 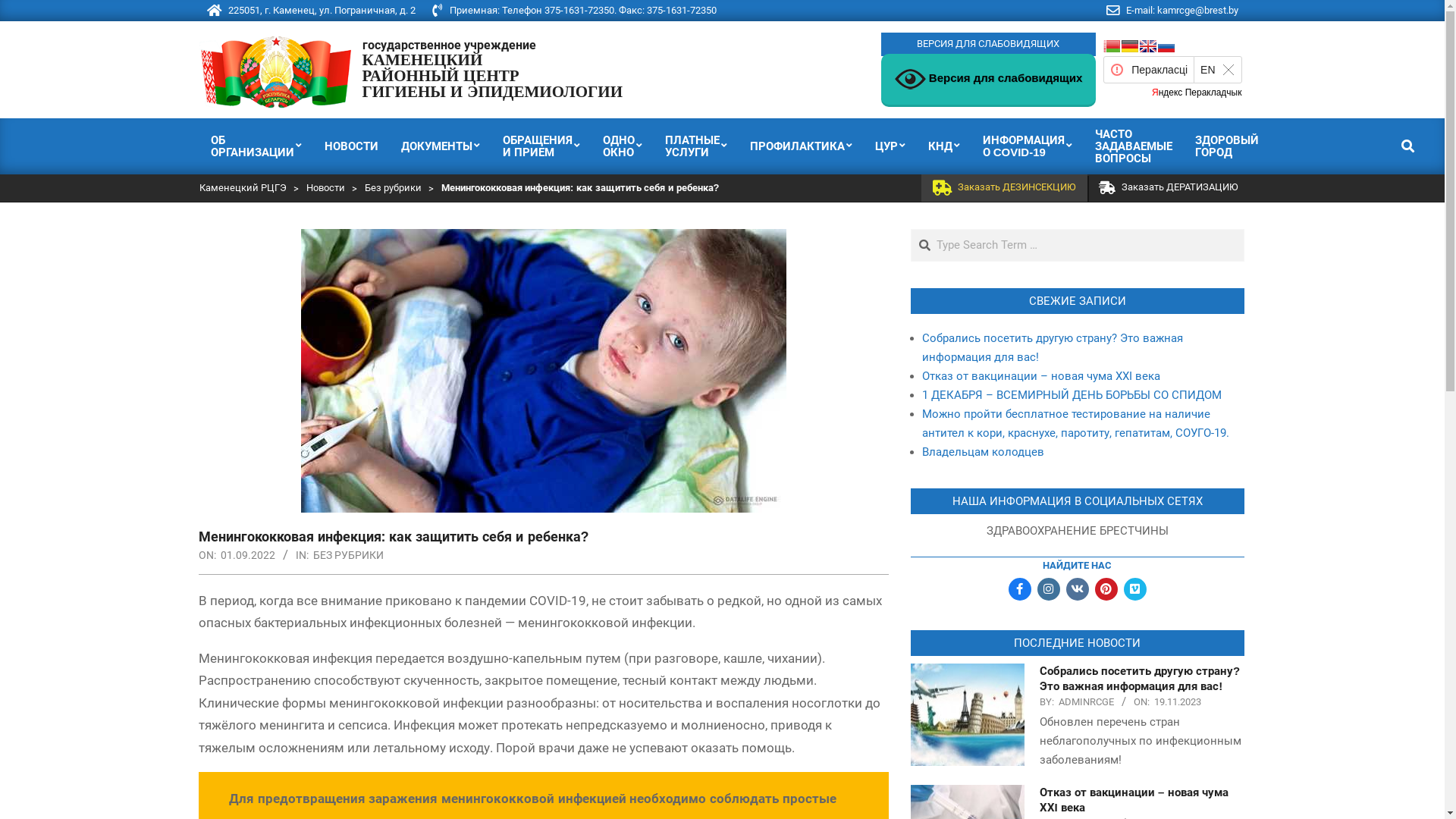 I want to click on 'Russian', so click(x=1165, y=45).